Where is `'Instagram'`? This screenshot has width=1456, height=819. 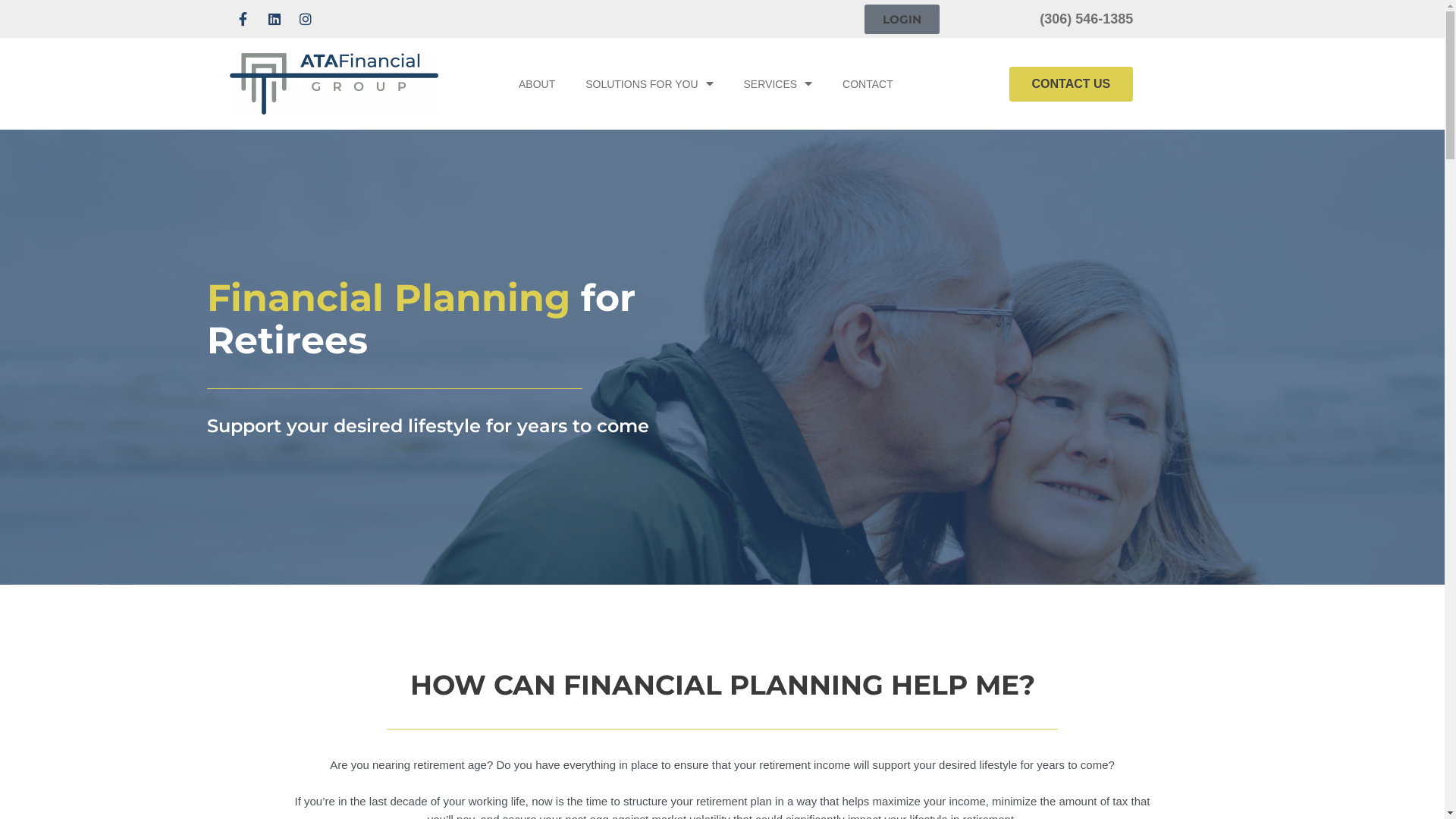 'Instagram' is located at coordinates (304, 18).